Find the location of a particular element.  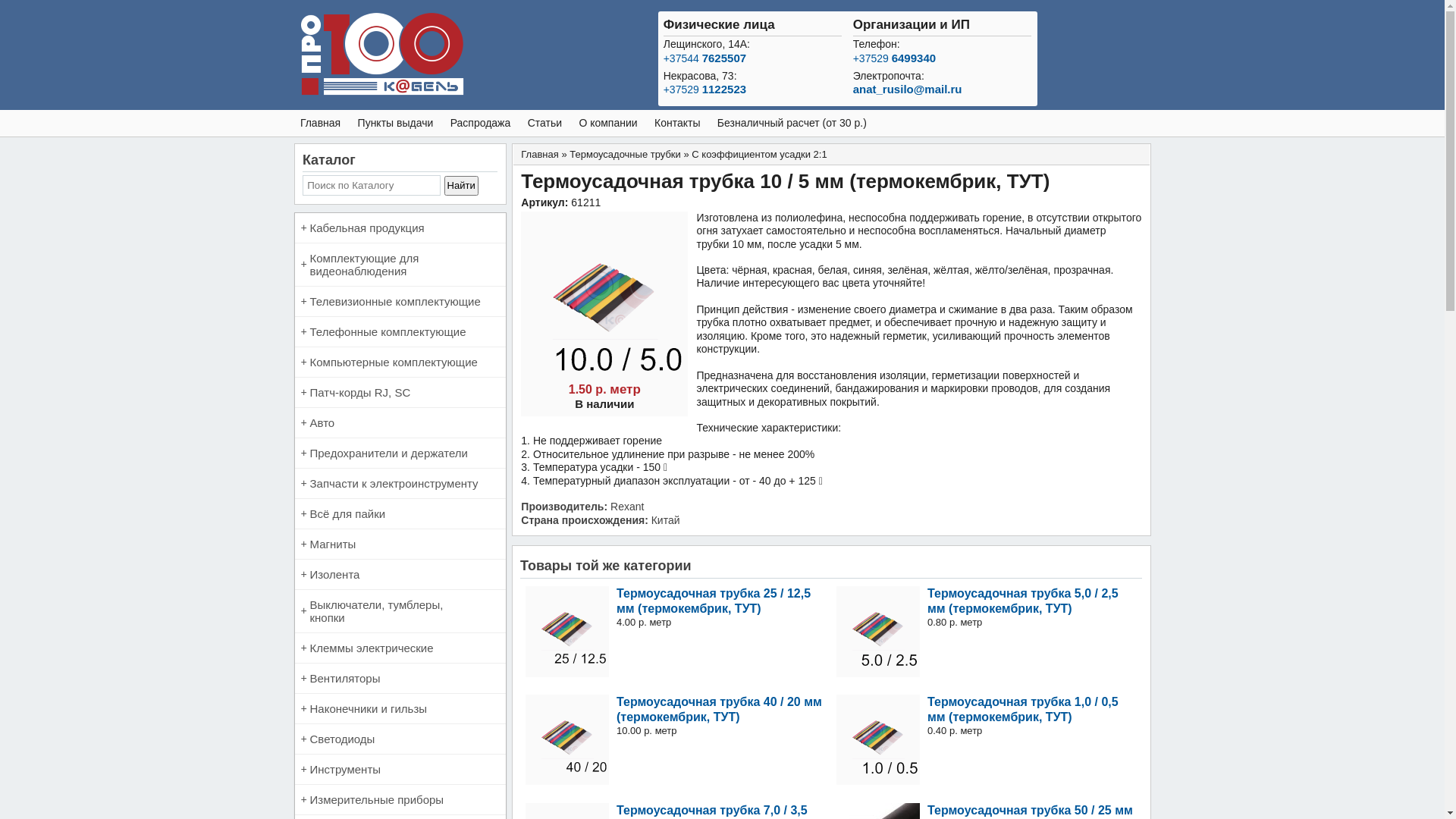

'+37544 7625507' is located at coordinates (704, 58).